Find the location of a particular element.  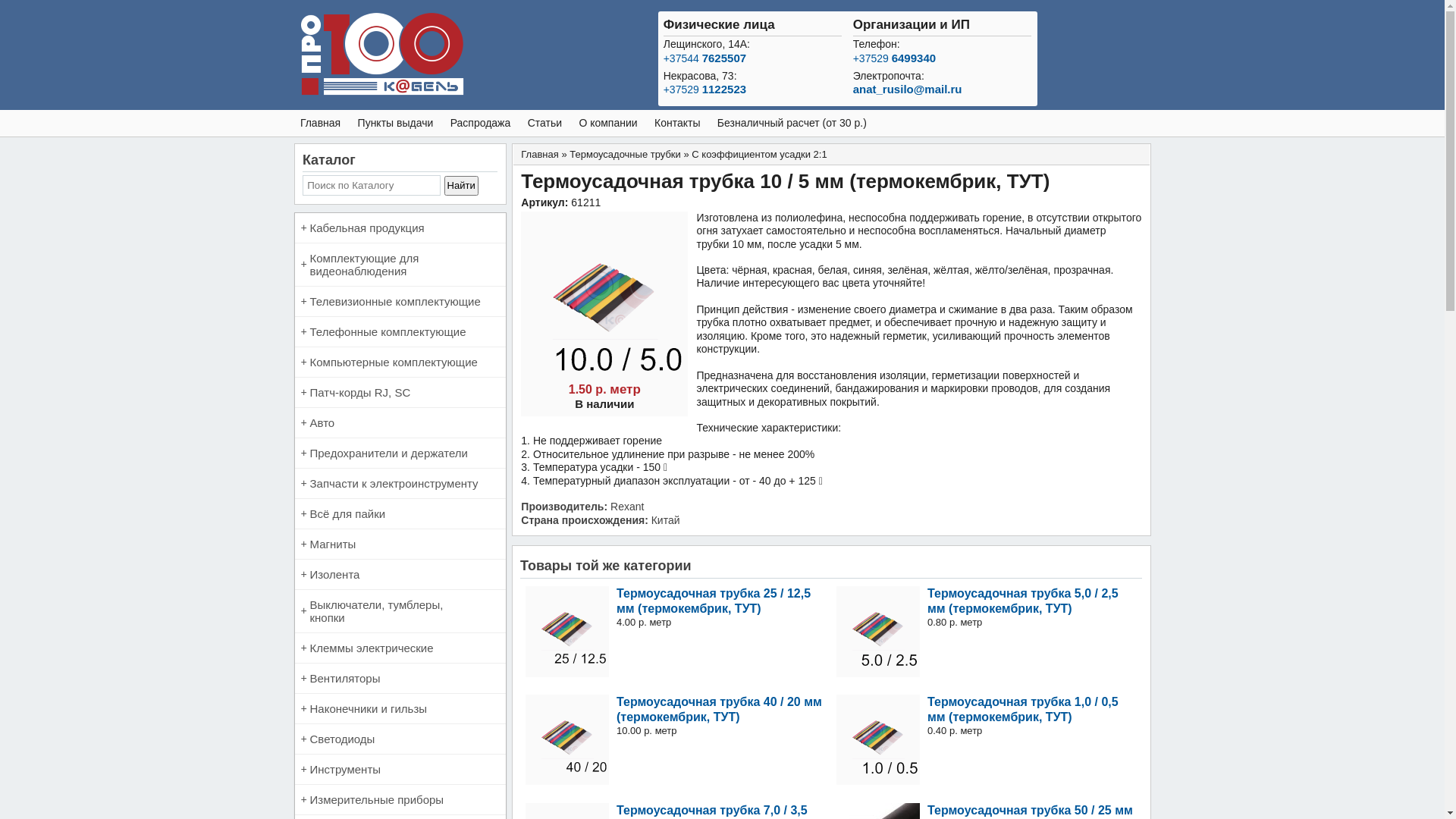

'+37544 7625507' is located at coordinates (704, 58).